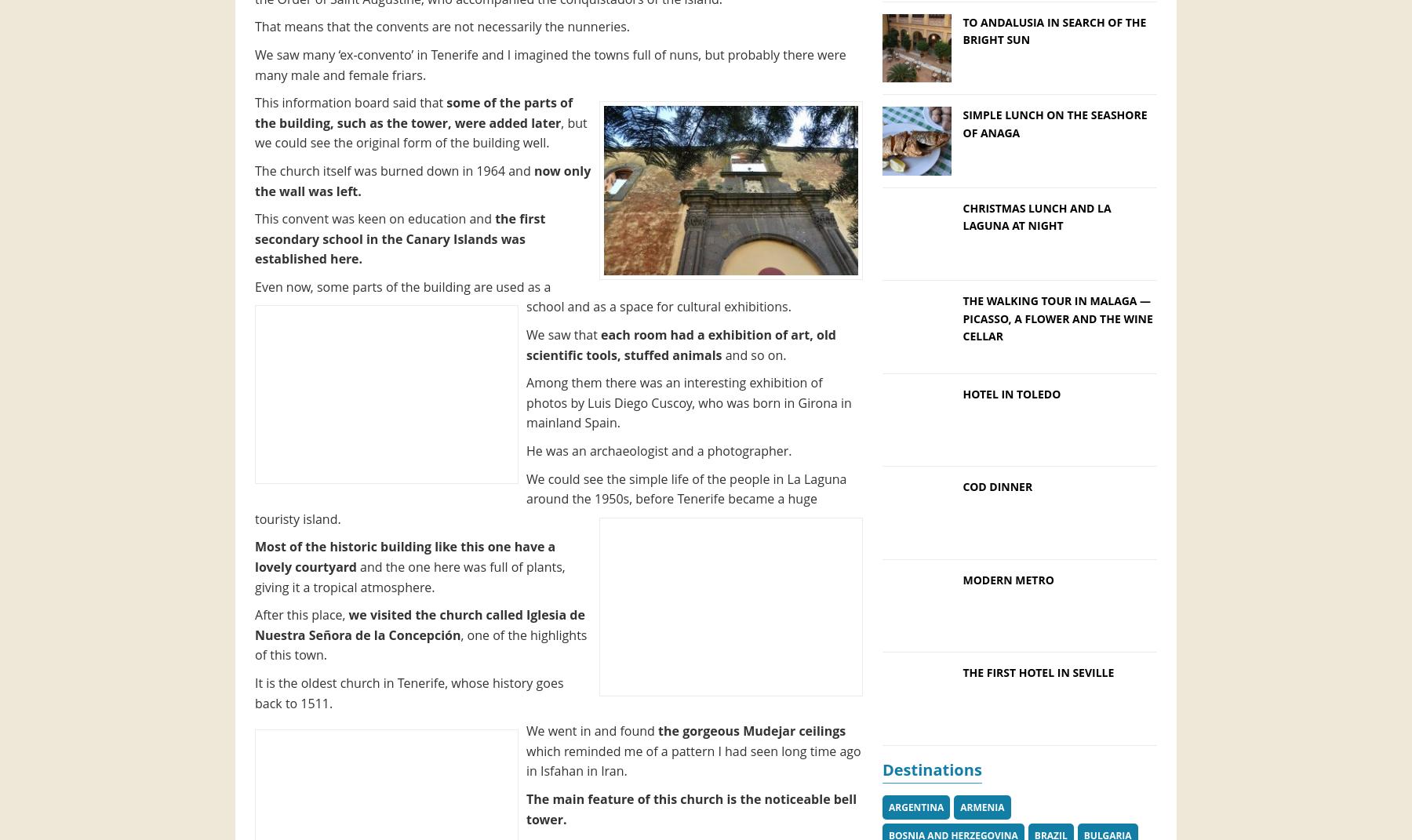 The image size is (1412, 840). Describe the element at coordinates (409, 576) in the screenshot. I see `'and the one here was full of plants, giving it a tropical atmosphere.'` at that location.